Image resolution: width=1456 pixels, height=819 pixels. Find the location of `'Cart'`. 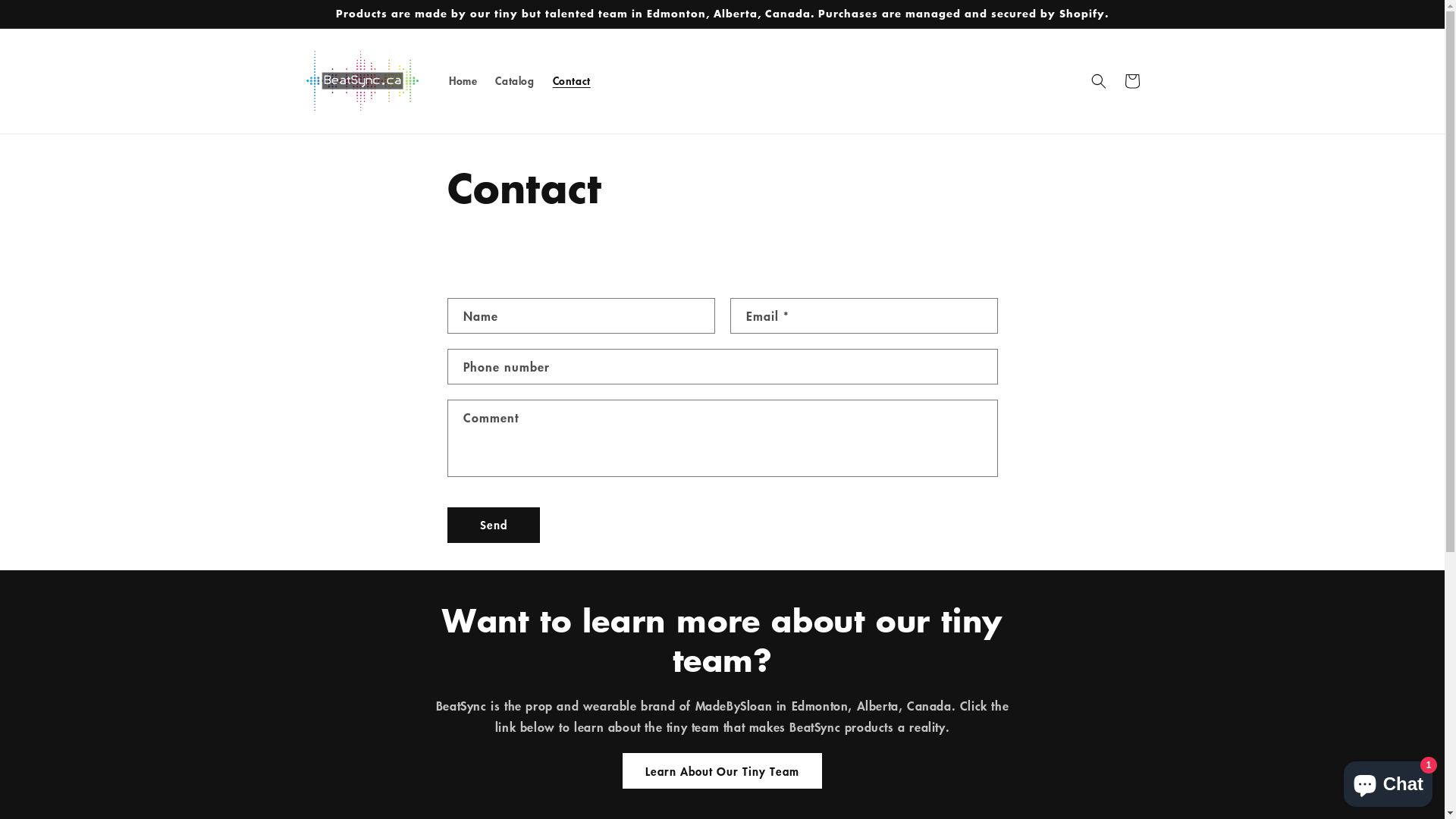

'Cart' is located at coordinates (1131, 81).